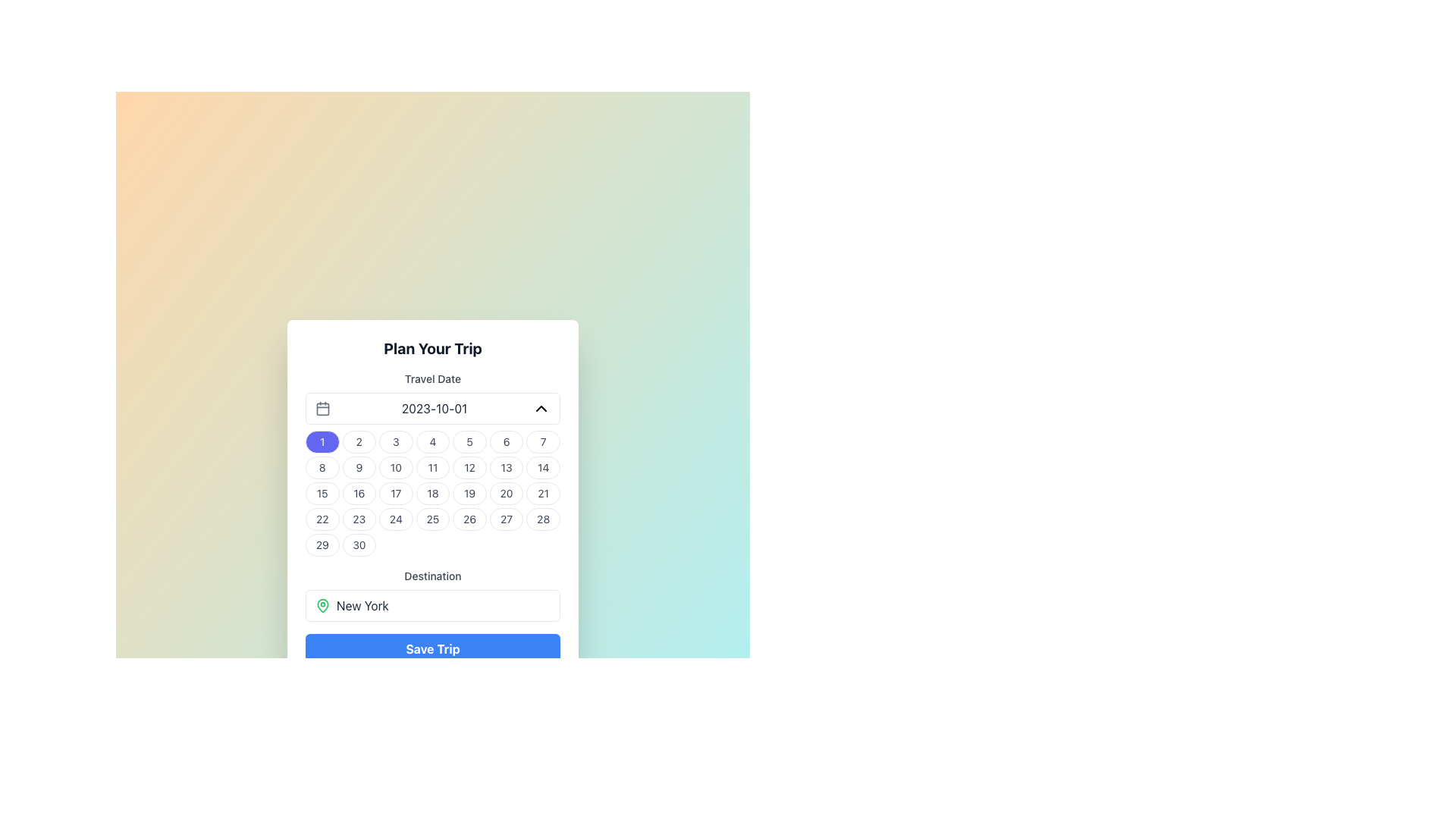 This screenshot has height=819, width=1456. Describe the element at coordinates (322, 494) in the screenshot. I see `the button displaying '15' in the calendar interface` at that location.